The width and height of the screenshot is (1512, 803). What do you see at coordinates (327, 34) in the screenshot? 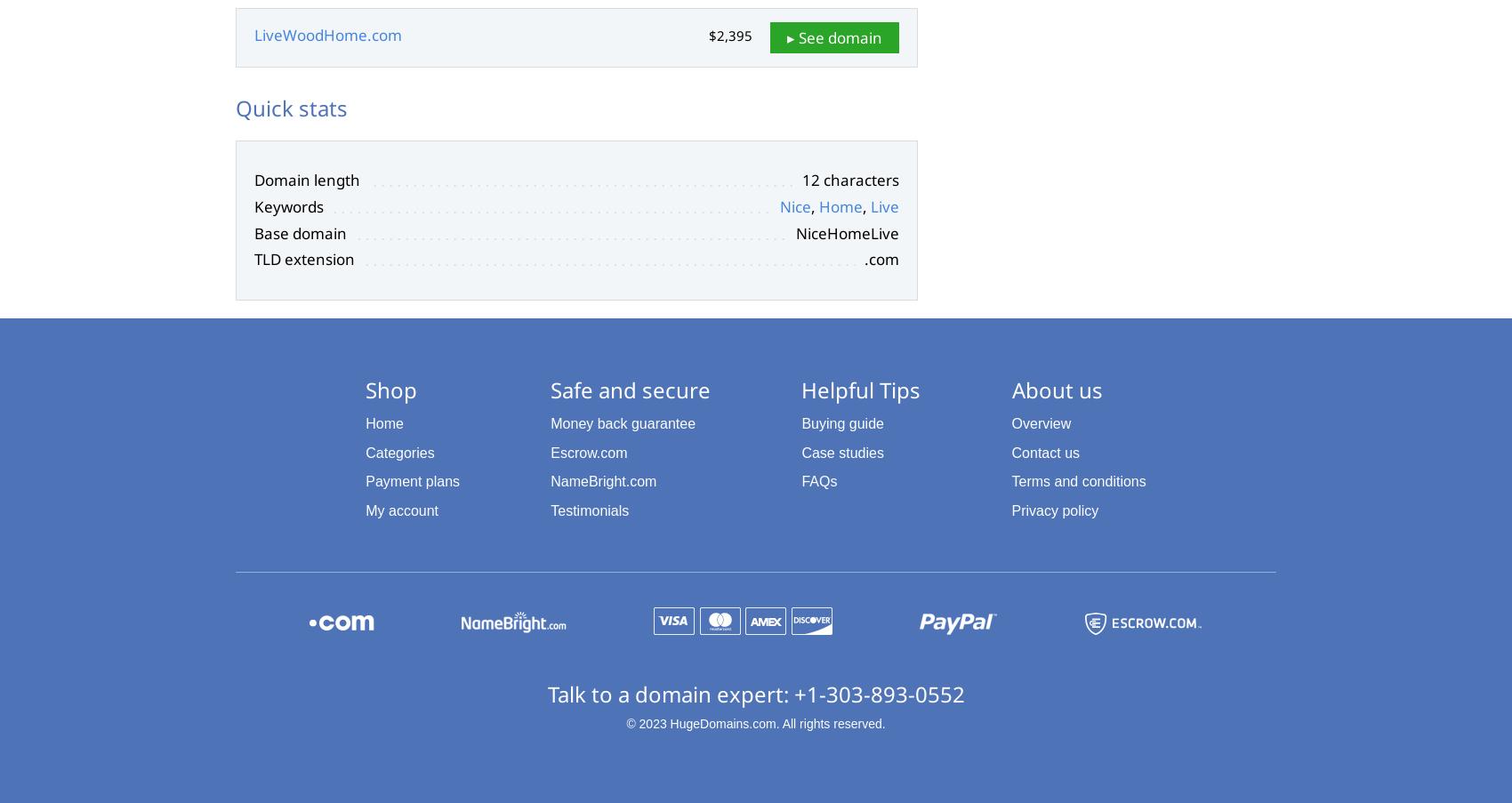
I see `'LiveWoodHome.com'` at bounding box center [327, 34].